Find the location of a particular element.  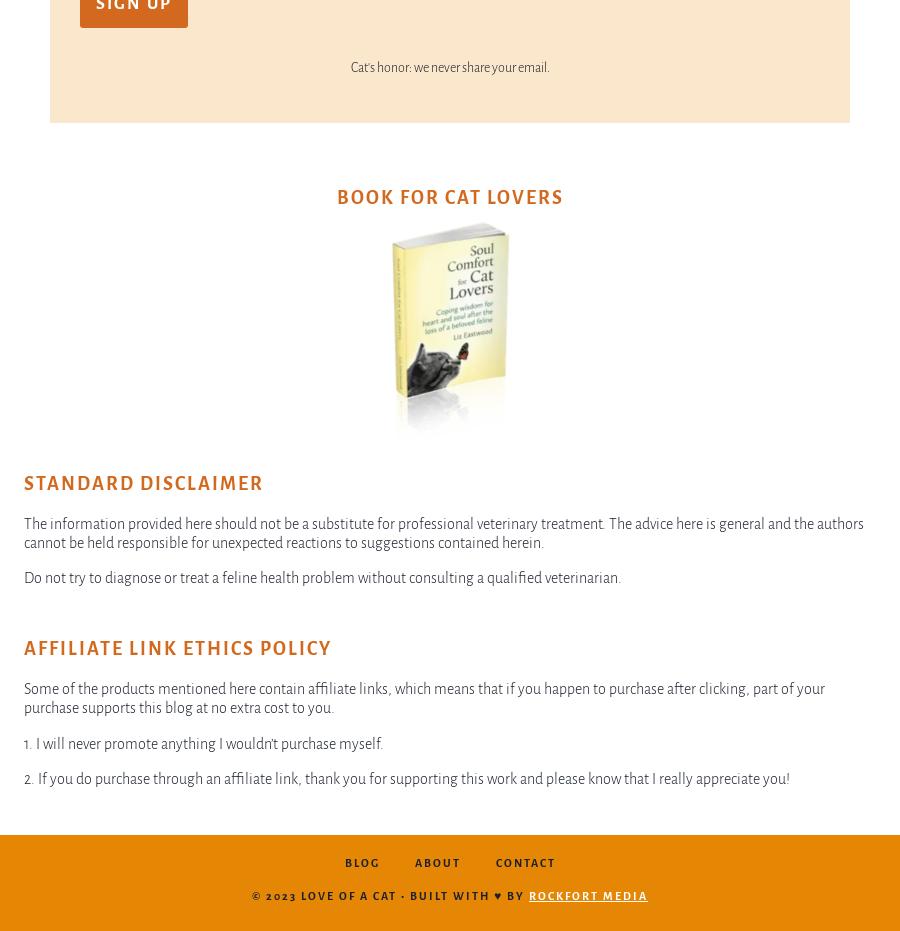

'2. If you do purchase through an affiliate link, thank you for supporting this work and please know that I really appreciate you!' is located at coordinates (406, 778).